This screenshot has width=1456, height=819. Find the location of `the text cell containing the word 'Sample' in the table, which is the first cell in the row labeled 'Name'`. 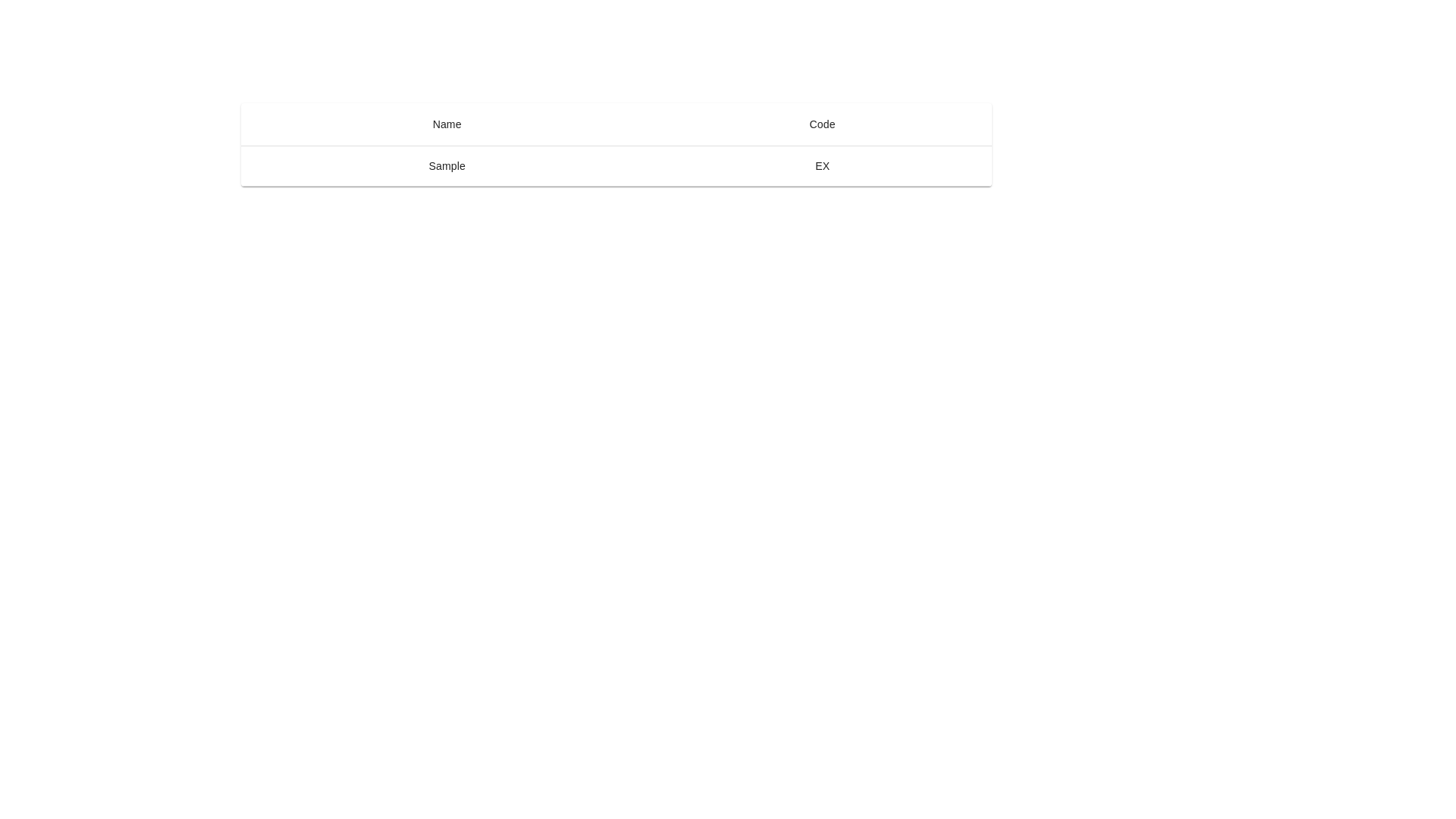

the text cell containing the word 'Sample' in the table, which is the first cell in the row labeled 'Name' is located at coordinates (446, 166).